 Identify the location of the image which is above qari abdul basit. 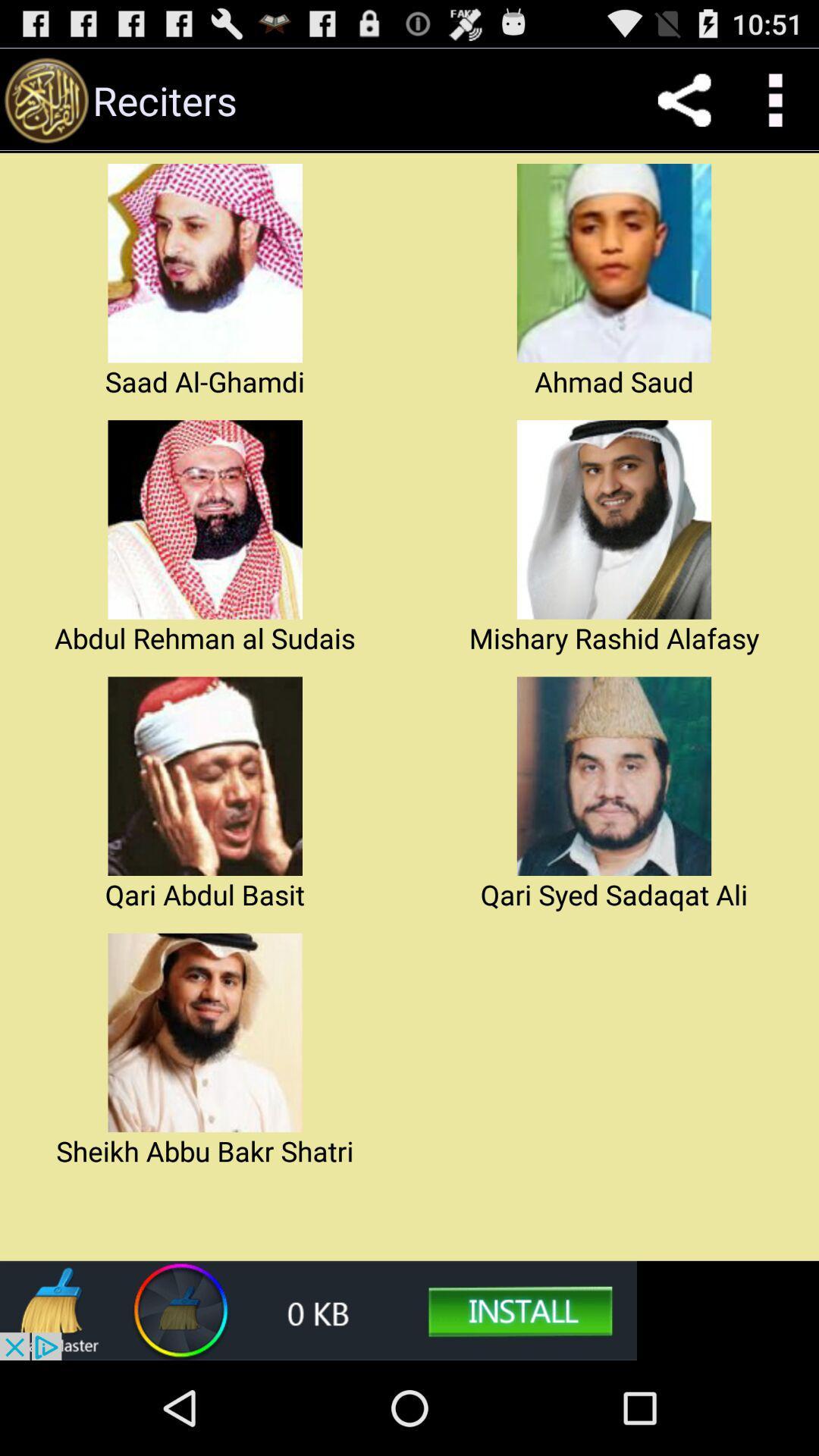
(205, 776).